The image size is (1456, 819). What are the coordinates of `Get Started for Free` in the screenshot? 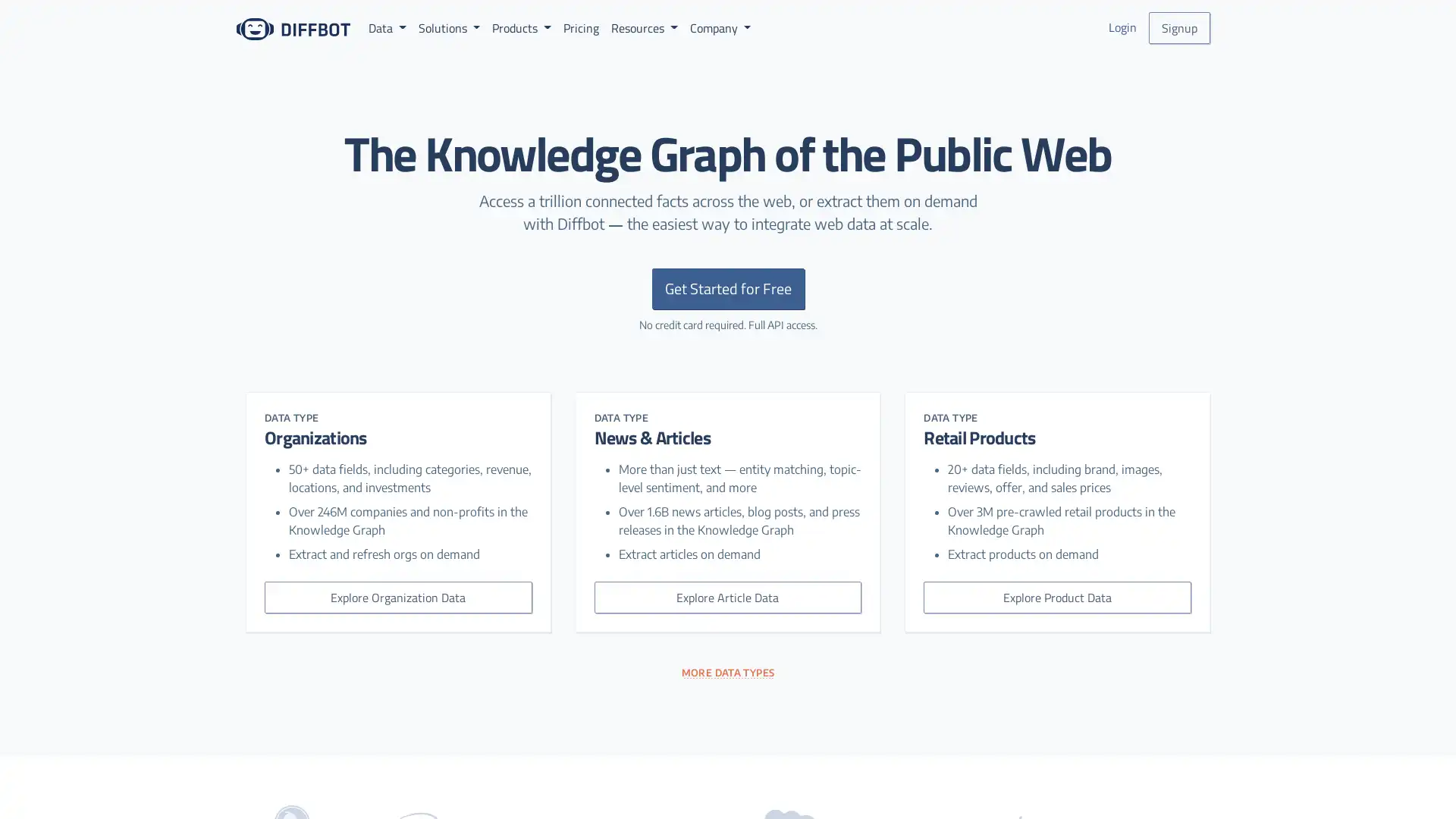 It's located at (726, 289).